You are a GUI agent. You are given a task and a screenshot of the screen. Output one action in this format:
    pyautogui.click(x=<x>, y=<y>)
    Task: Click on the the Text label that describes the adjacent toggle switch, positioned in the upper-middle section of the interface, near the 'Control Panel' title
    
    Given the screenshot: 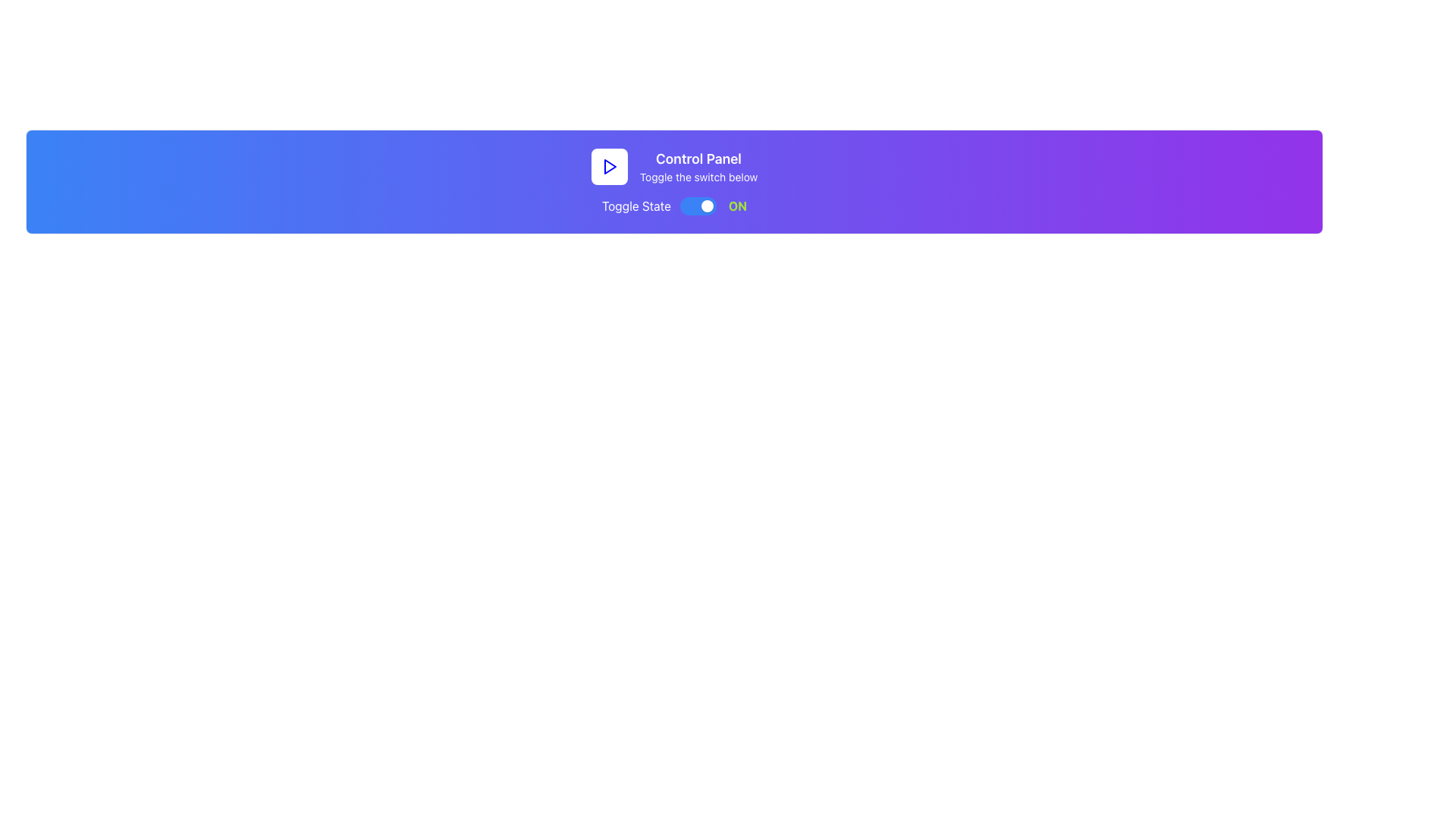 What is the action you would take?
    pyautogui.click(x=636, y=206)
    